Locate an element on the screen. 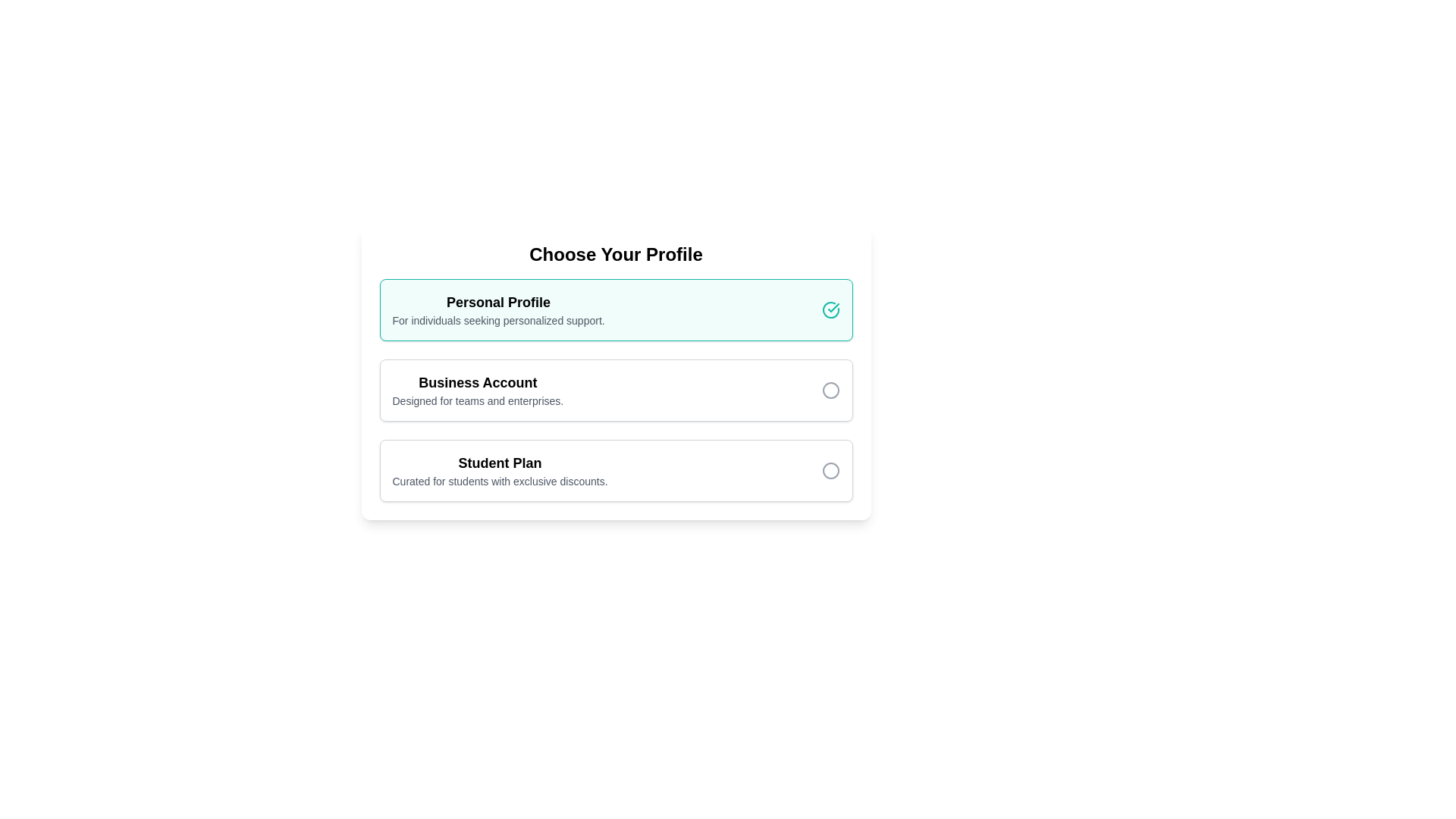  the 'Student Plan' text content within the selection options, which provides details about exclusive discounts for students is located at coordinates (500, 470).